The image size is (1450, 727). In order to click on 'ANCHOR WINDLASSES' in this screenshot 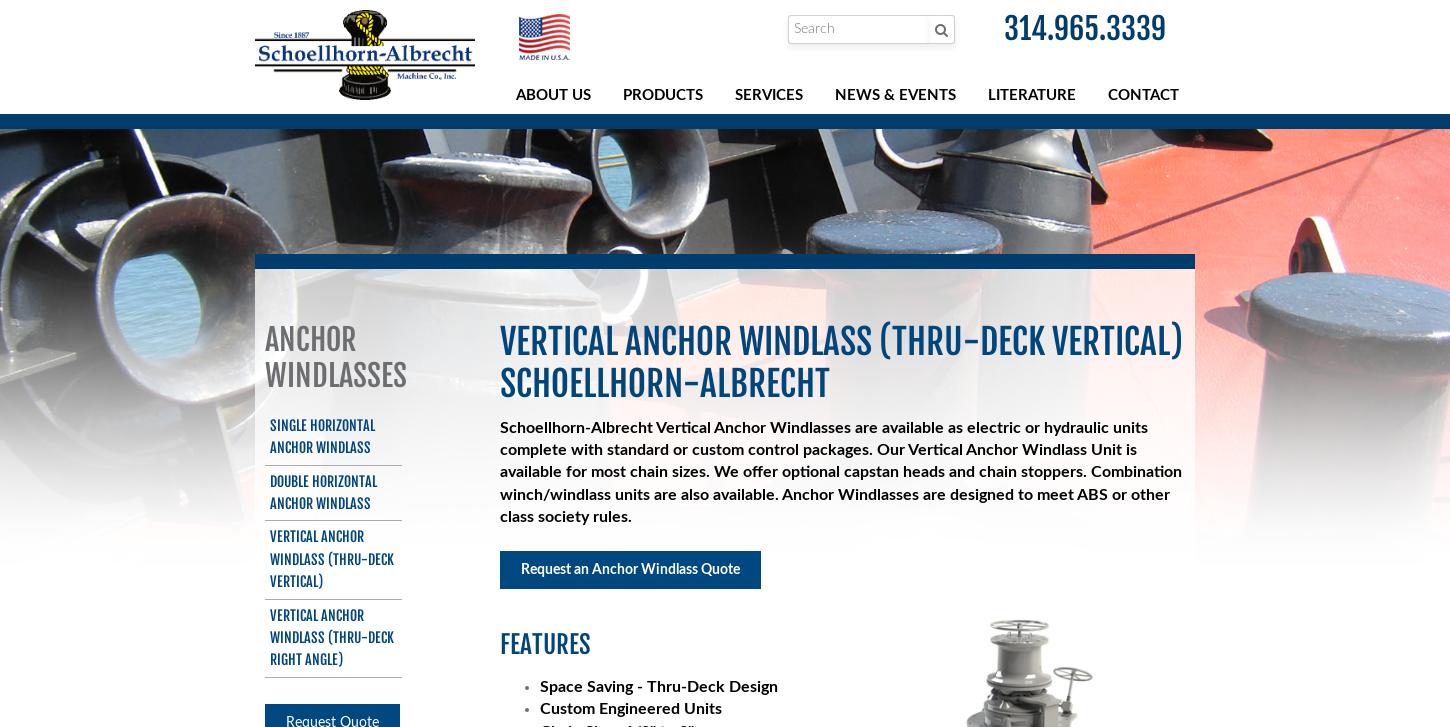, I will do `click(335, 356)`.